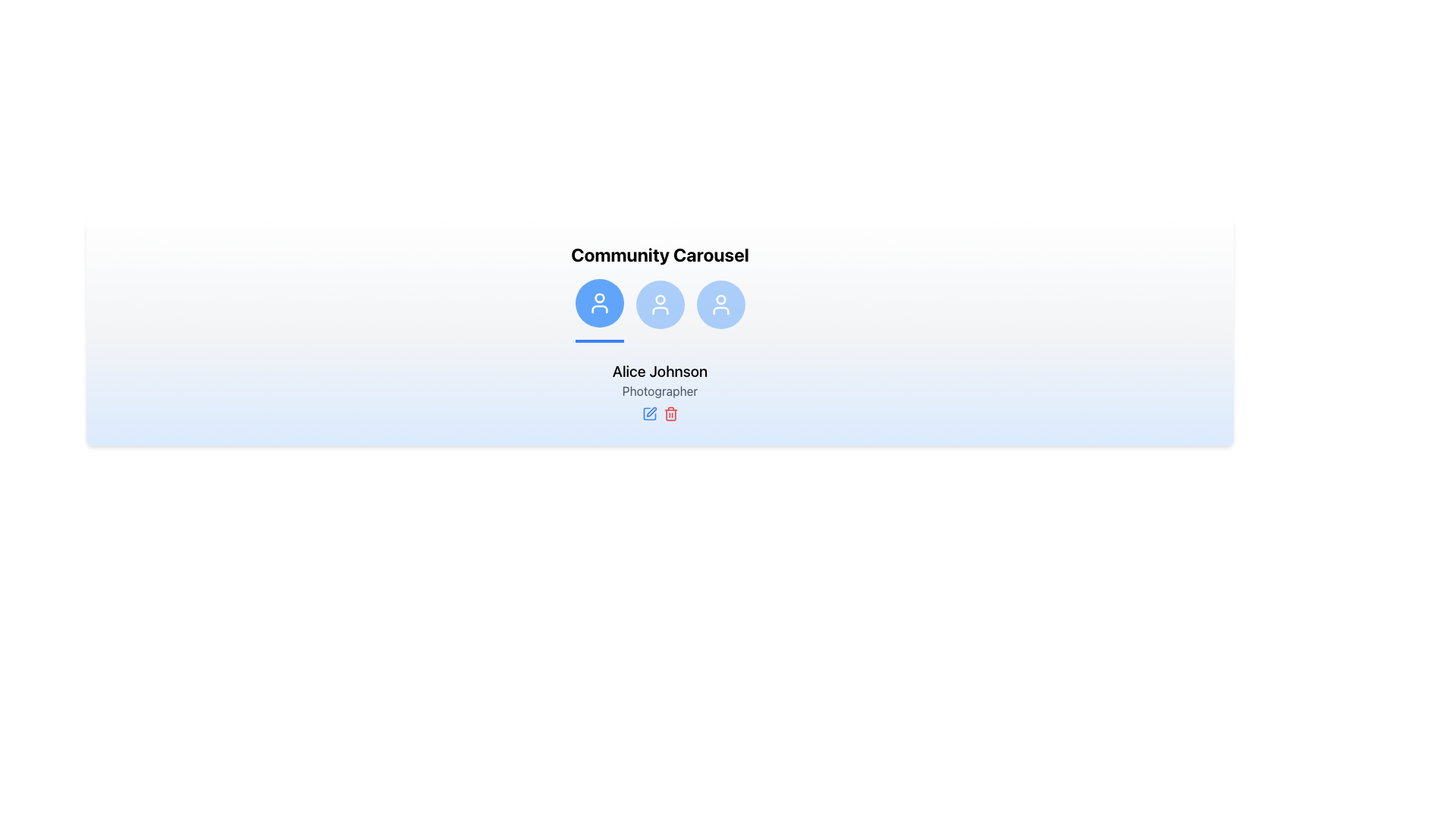 The width and height of the screenshot is (1456, 819). I want to click on the user profile icon located as the third icon in a row of three circular icons, positioned to the far right of the group, so click(720, 309).